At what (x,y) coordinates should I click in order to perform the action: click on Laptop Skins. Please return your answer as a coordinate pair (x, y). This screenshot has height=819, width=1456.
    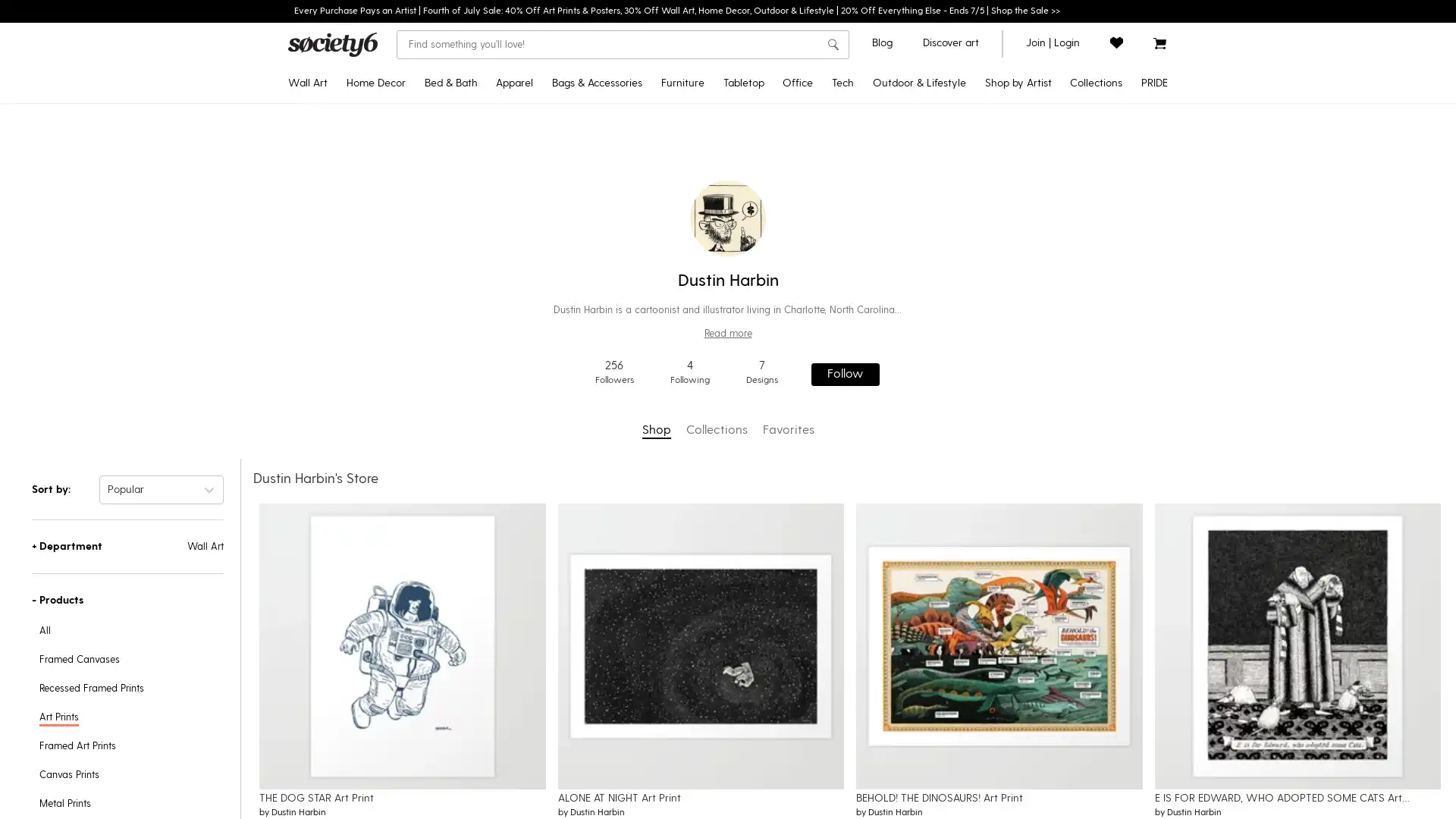
    Looking at the image, I should click on (896, 366).